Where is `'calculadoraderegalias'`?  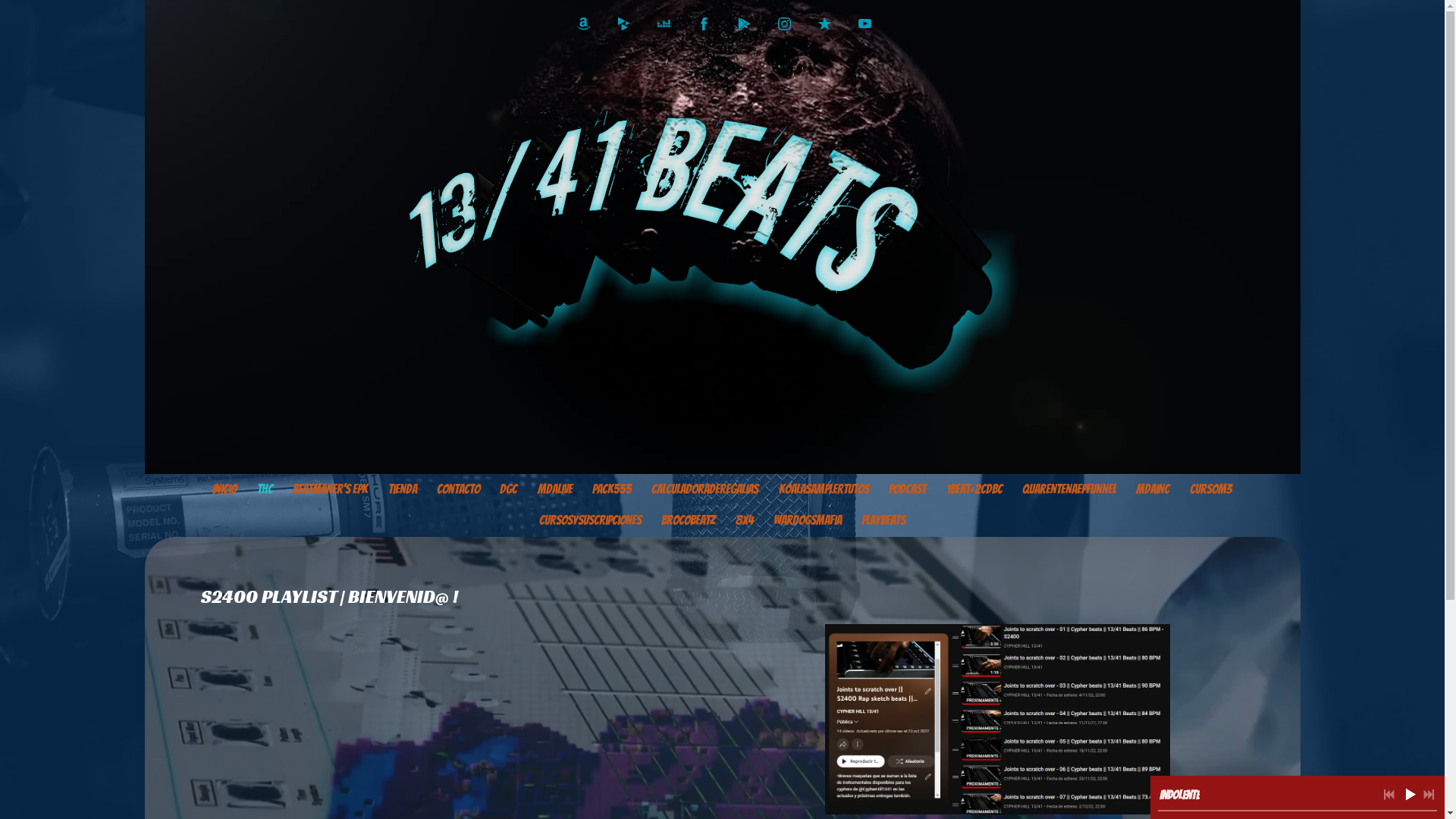
'calculadoraderegalias' is located at coordinates (704, 489).